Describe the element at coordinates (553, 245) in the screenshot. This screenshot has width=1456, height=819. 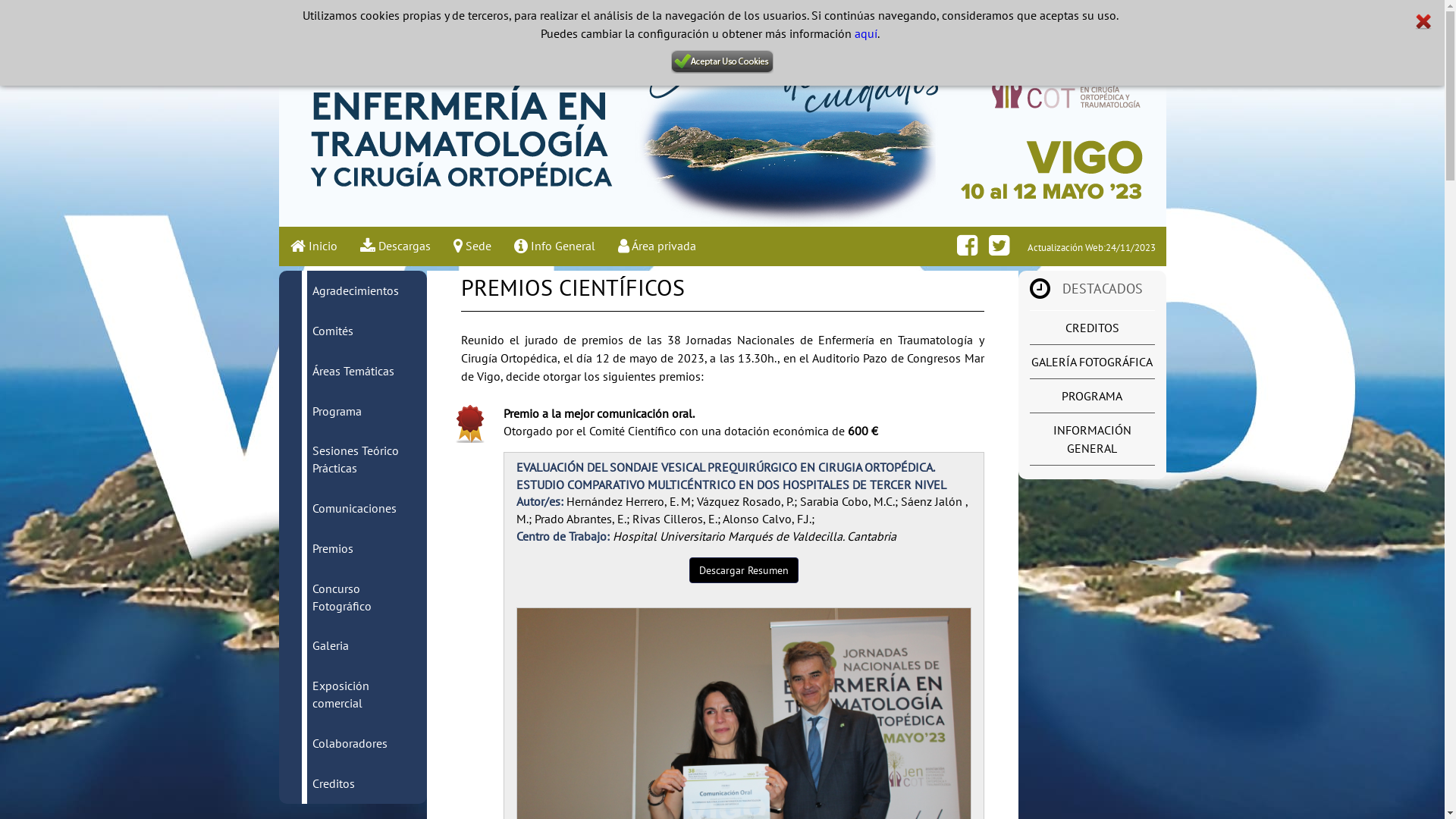
I see `'Info General'` at that location.